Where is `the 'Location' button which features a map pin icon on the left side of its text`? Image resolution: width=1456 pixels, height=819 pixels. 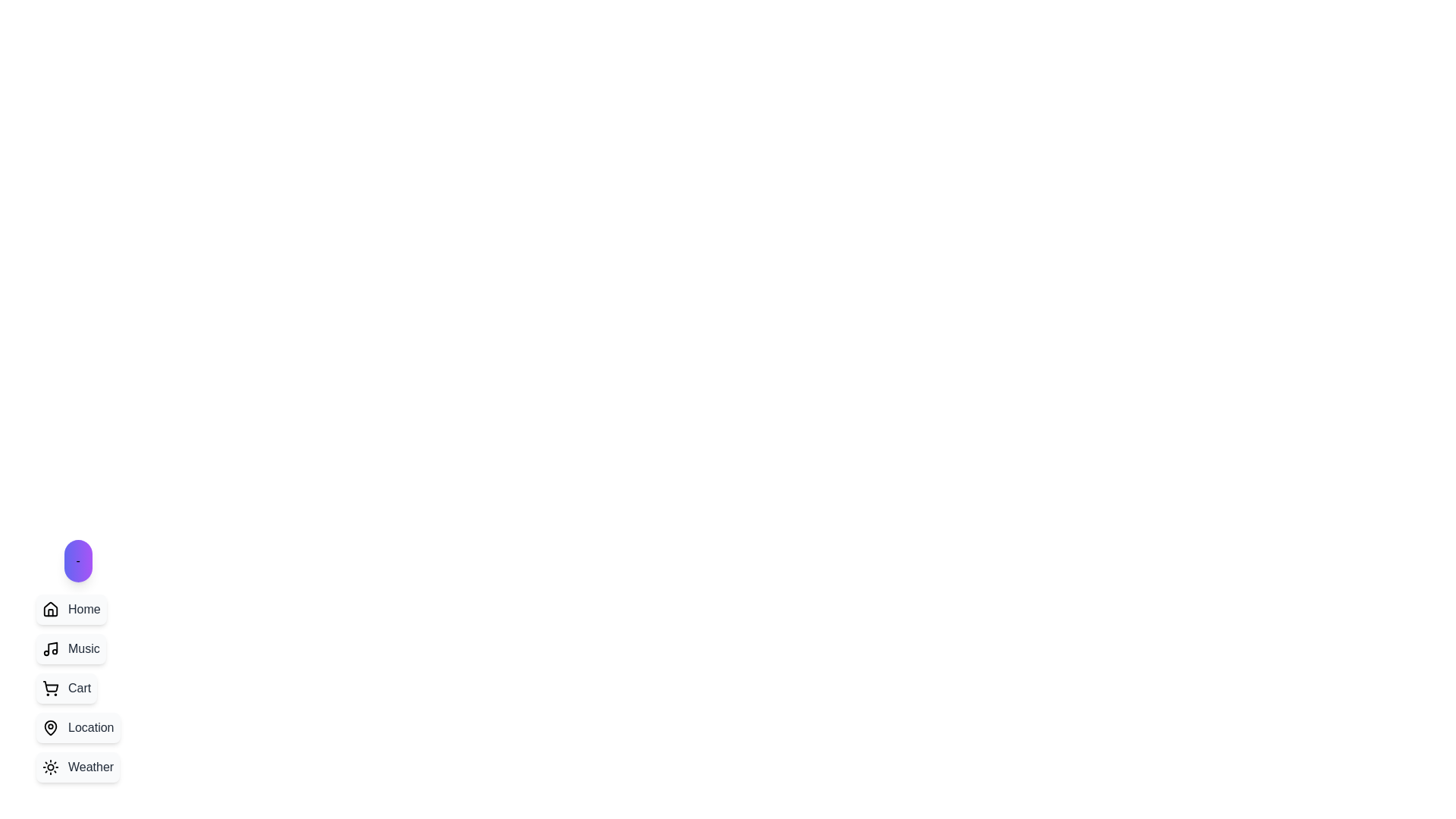 the 'Location' button which features a map pin icon on the left side of its text is located at coordinates (51, 727).